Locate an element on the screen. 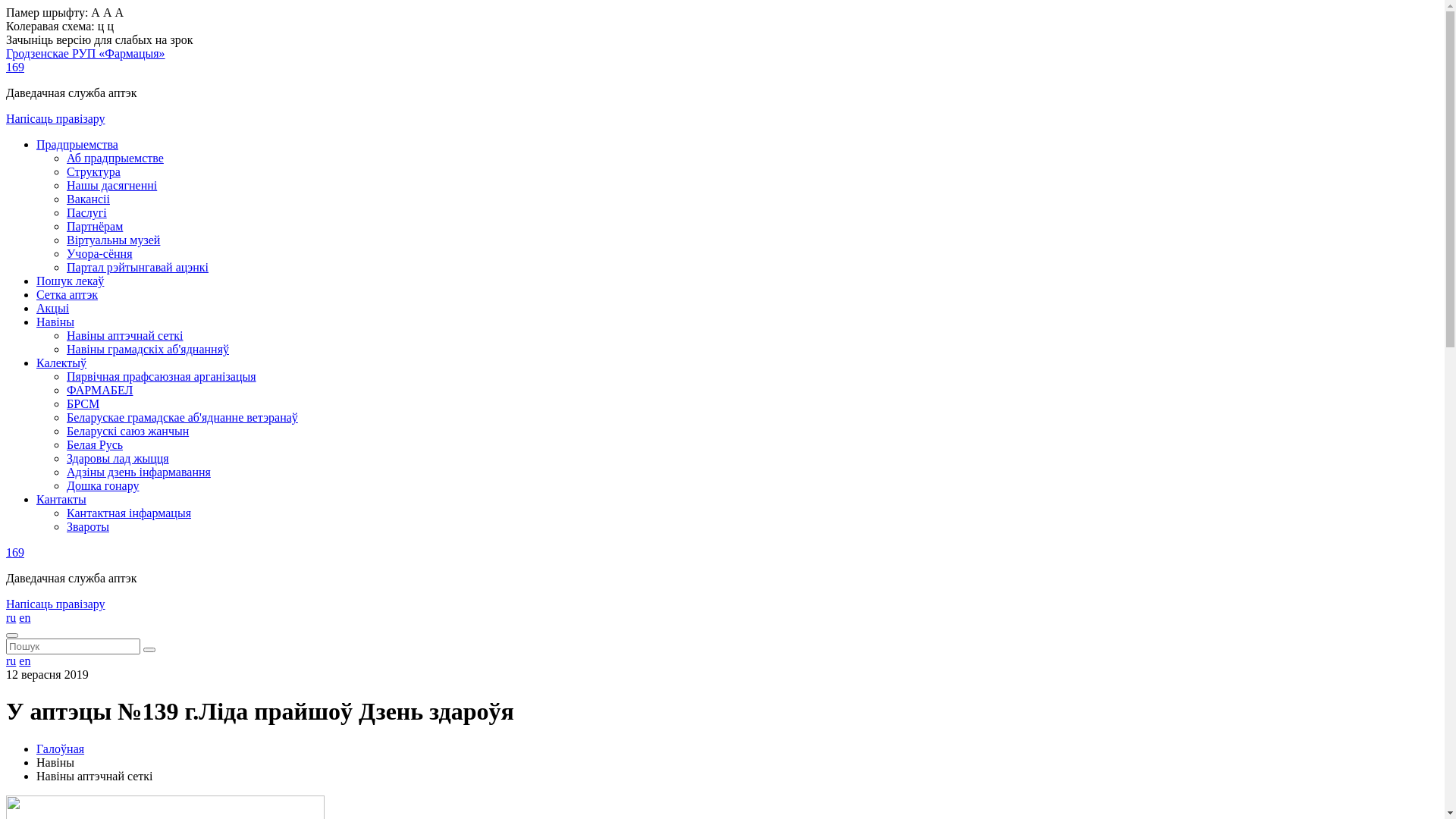  'ru' is located at coordinates (11, 660).